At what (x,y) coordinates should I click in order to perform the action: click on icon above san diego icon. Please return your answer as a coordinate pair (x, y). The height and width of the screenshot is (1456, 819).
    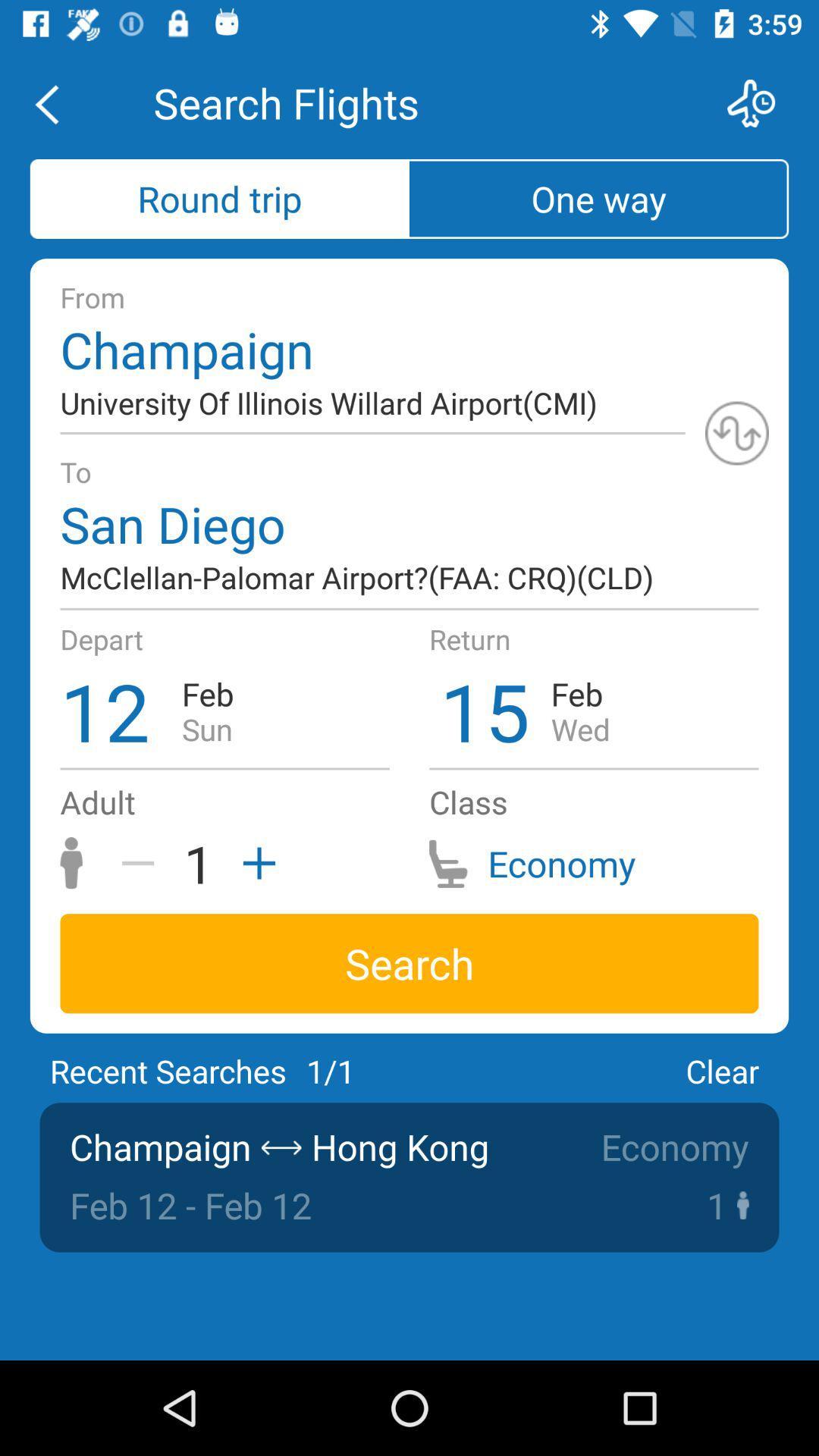
    Looking at the image, I should click on (736, 432).